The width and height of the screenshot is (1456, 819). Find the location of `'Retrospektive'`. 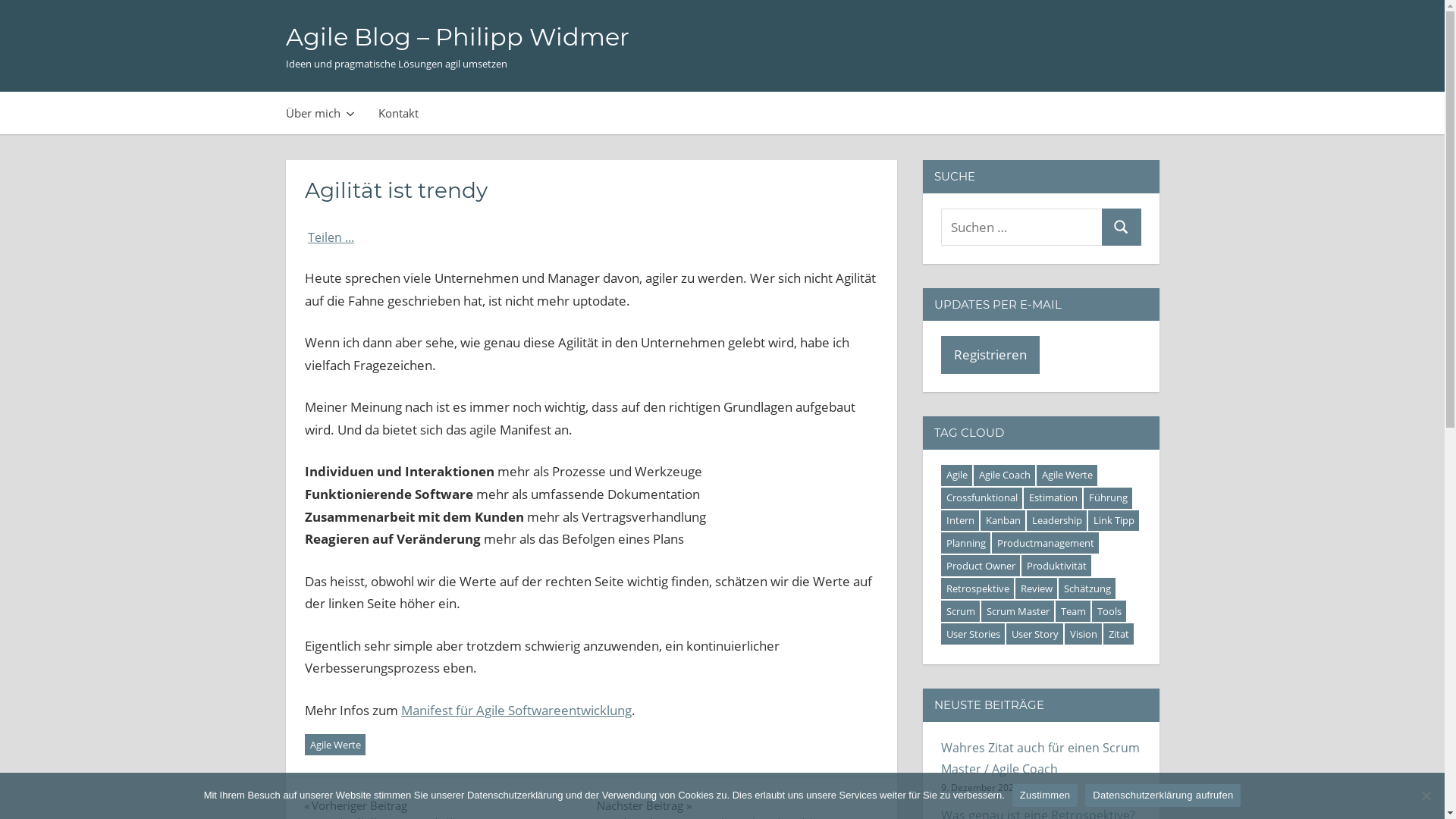

'Retrospektive' is located at coordinates (940, 587).